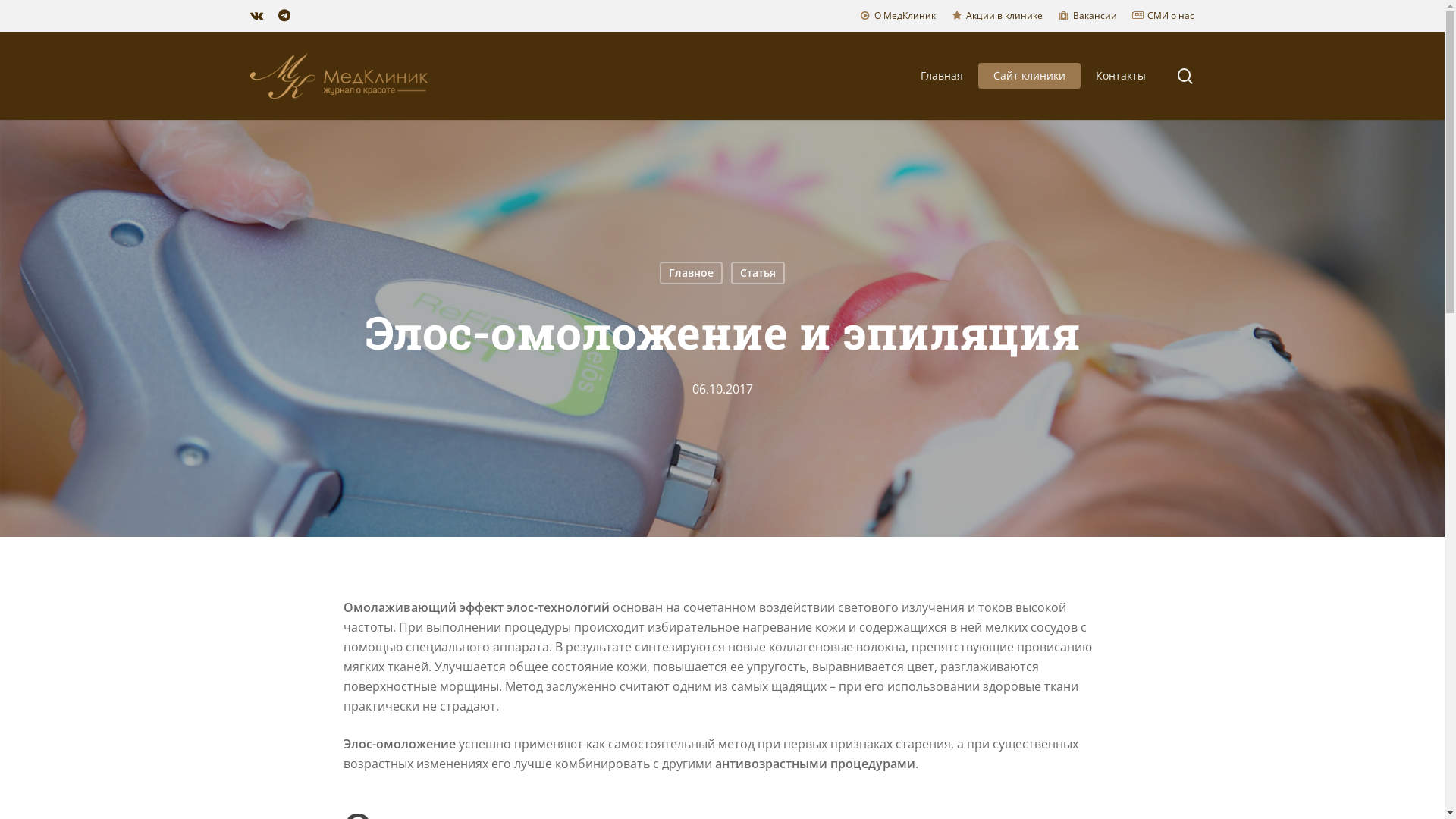 The image size is (1456, 819). I want to click on 'search', so click(1185, 76).